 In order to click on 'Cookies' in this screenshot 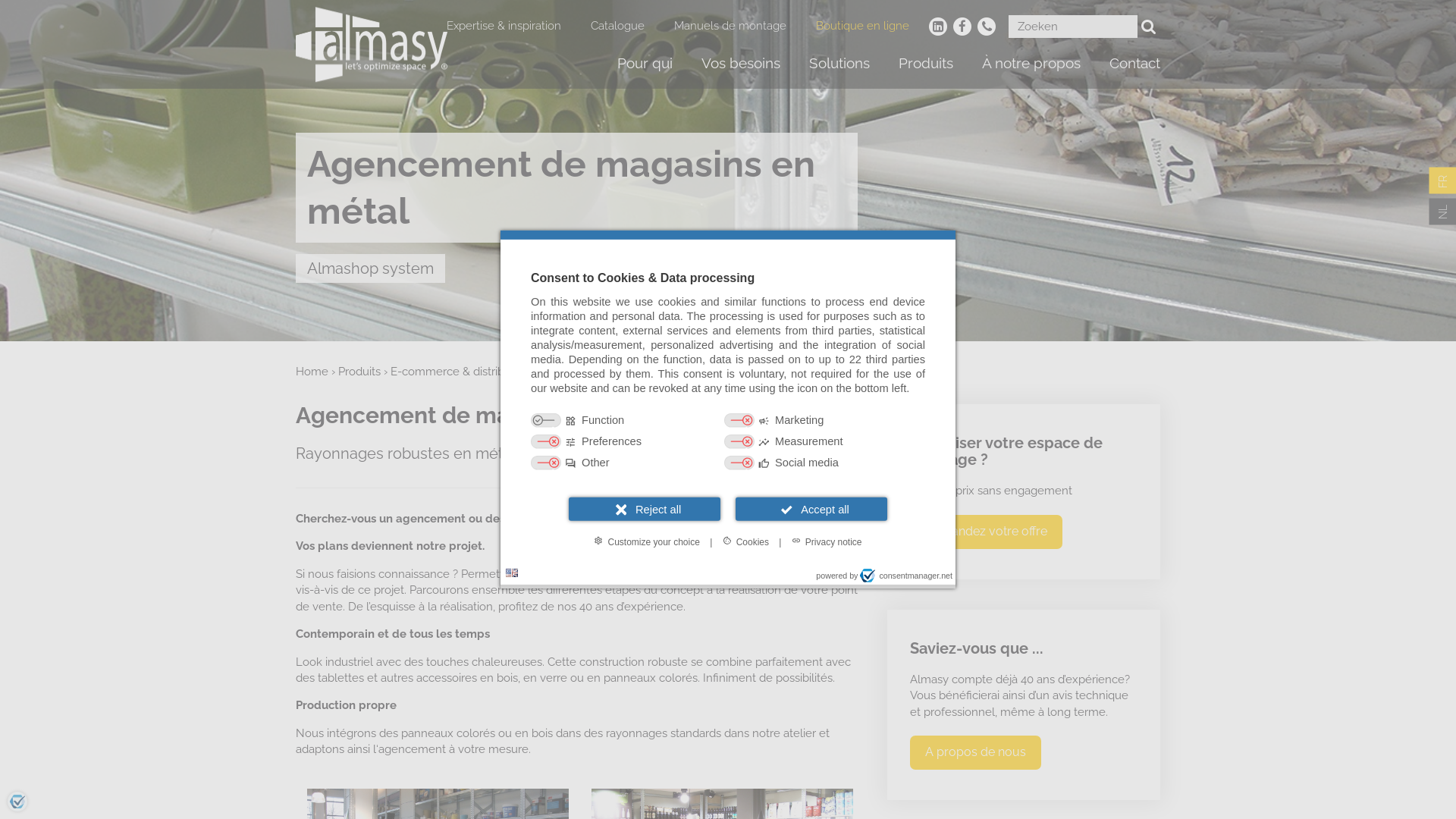, I will do `click(745, 540)`.